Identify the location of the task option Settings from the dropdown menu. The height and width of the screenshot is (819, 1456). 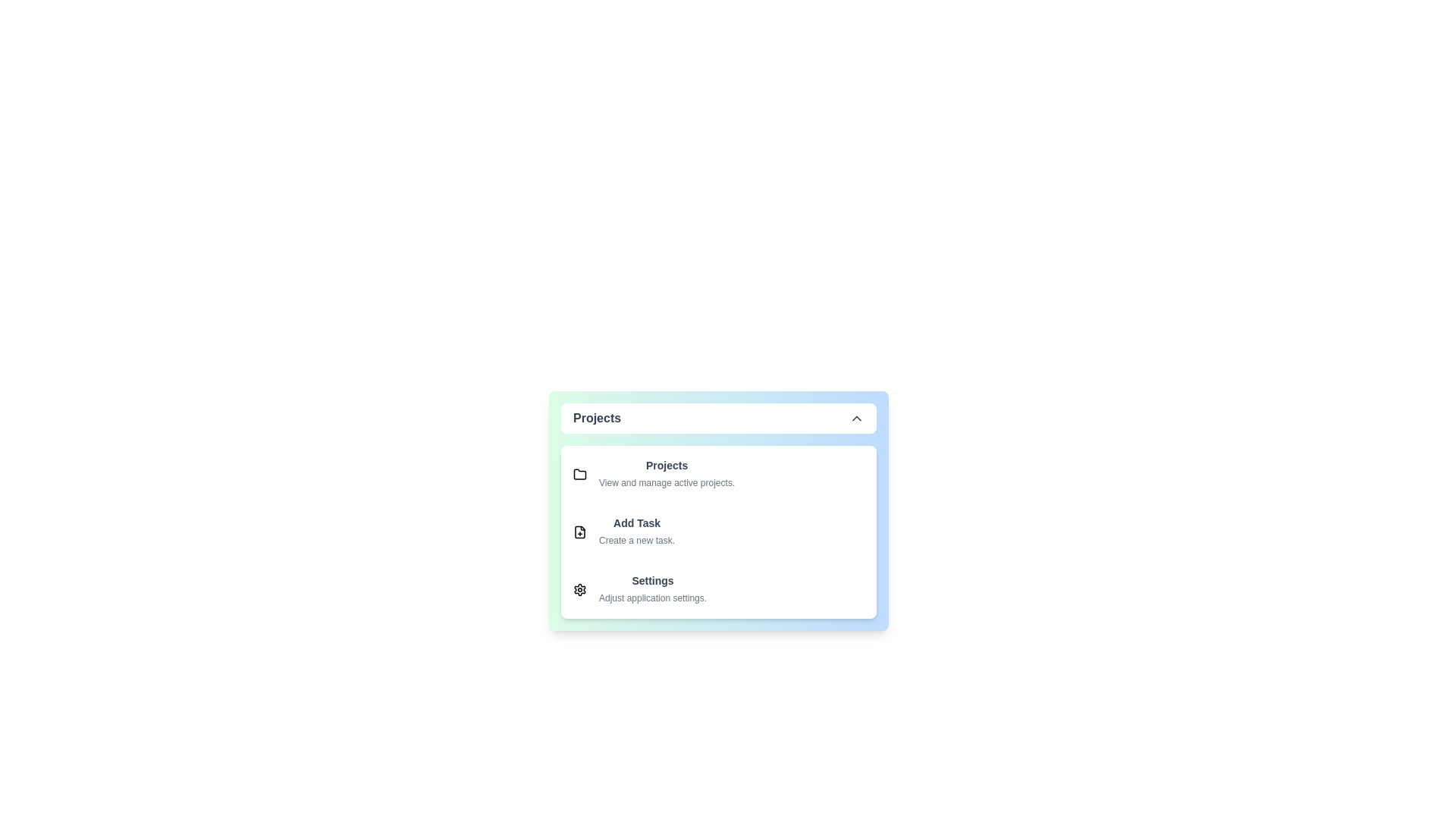
(718, 589).